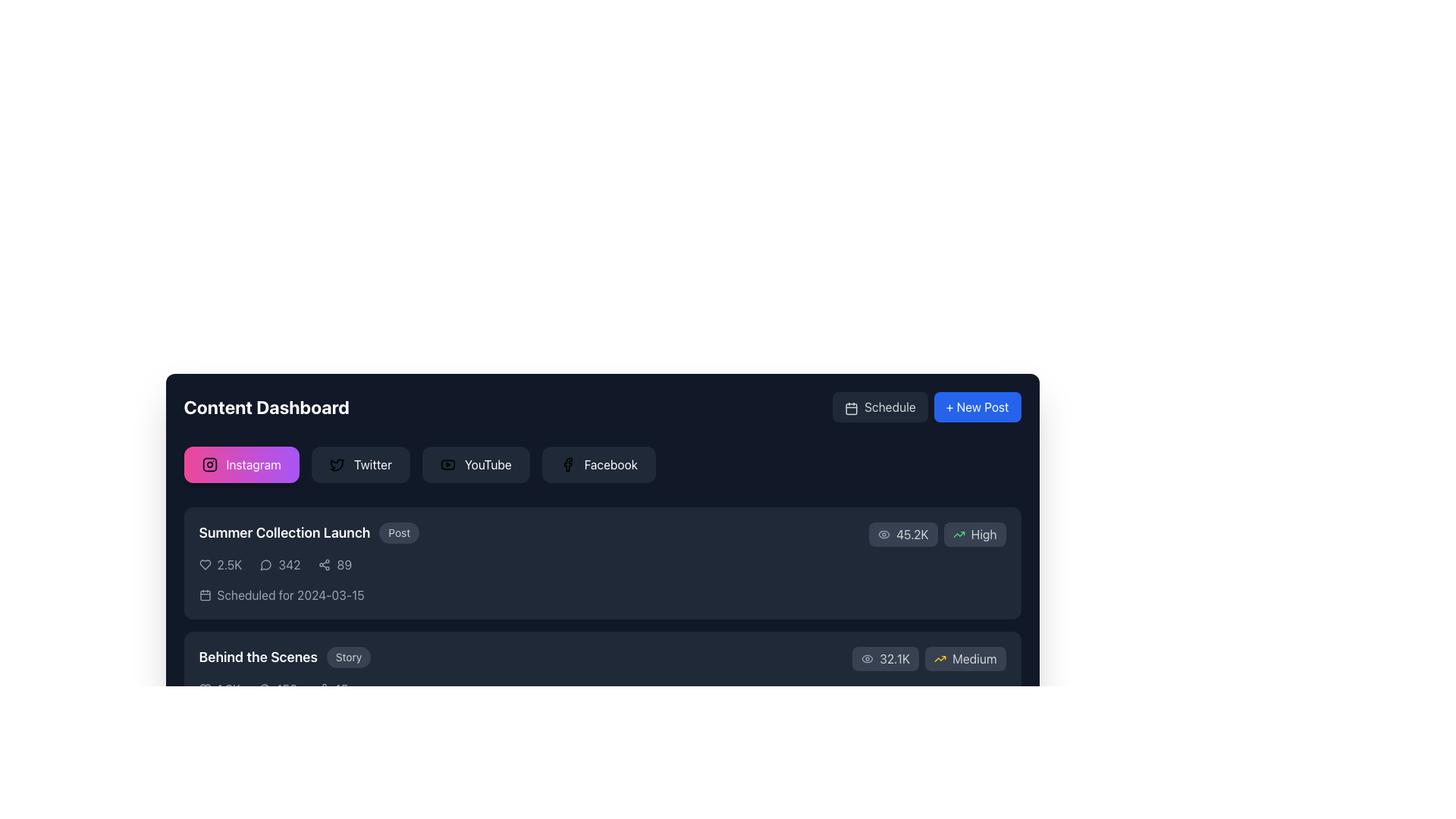 Image resolution: width=1456 pixels, height=819 pixels. Describe the element at coordinates (340, 689) in the screenshot. I see `the static text label that serves as a counter, located to the right of several graphical components in the same row` at that location.